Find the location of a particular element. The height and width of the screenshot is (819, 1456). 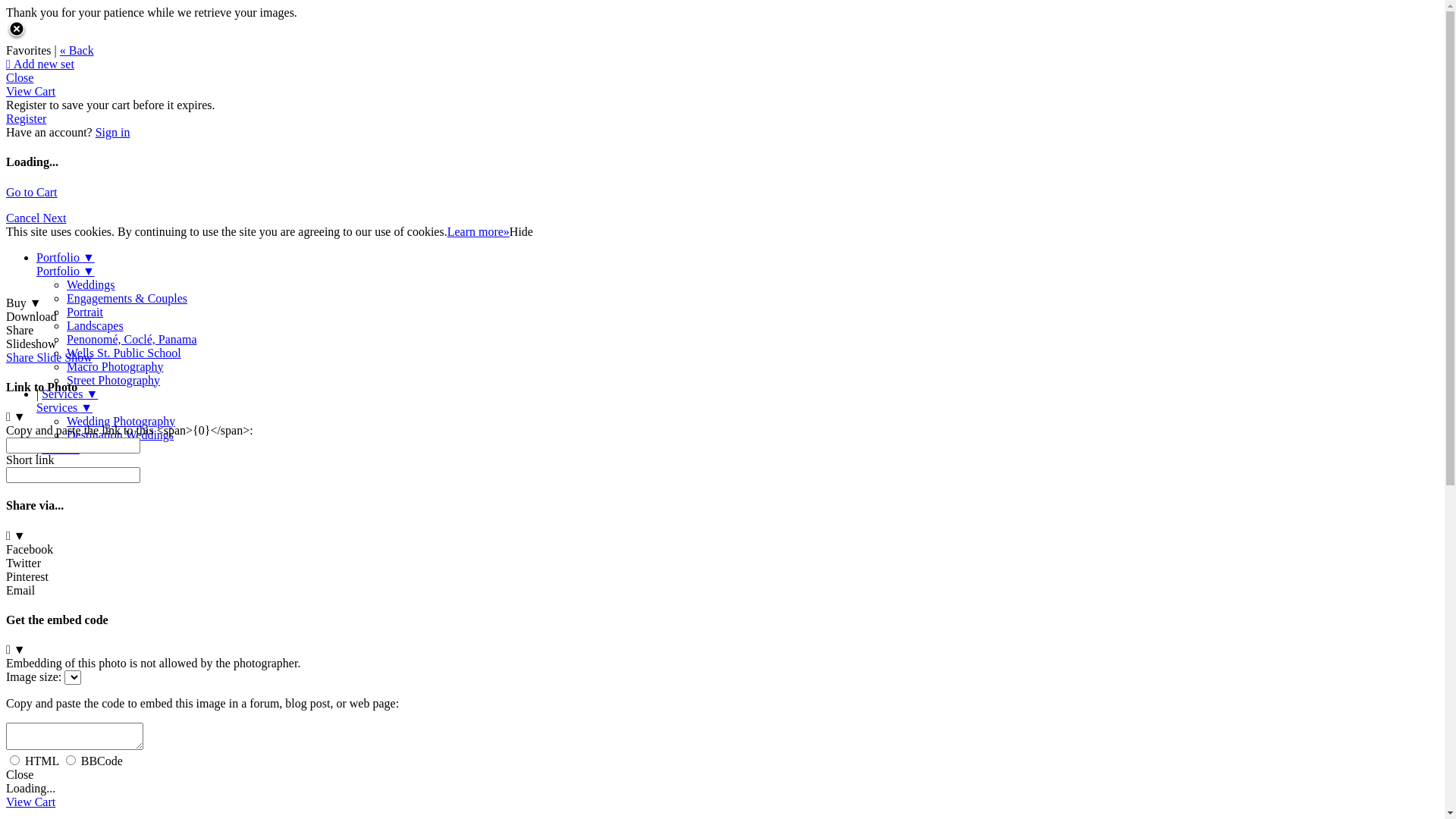

'Register' is located at coordinates (26, 118).